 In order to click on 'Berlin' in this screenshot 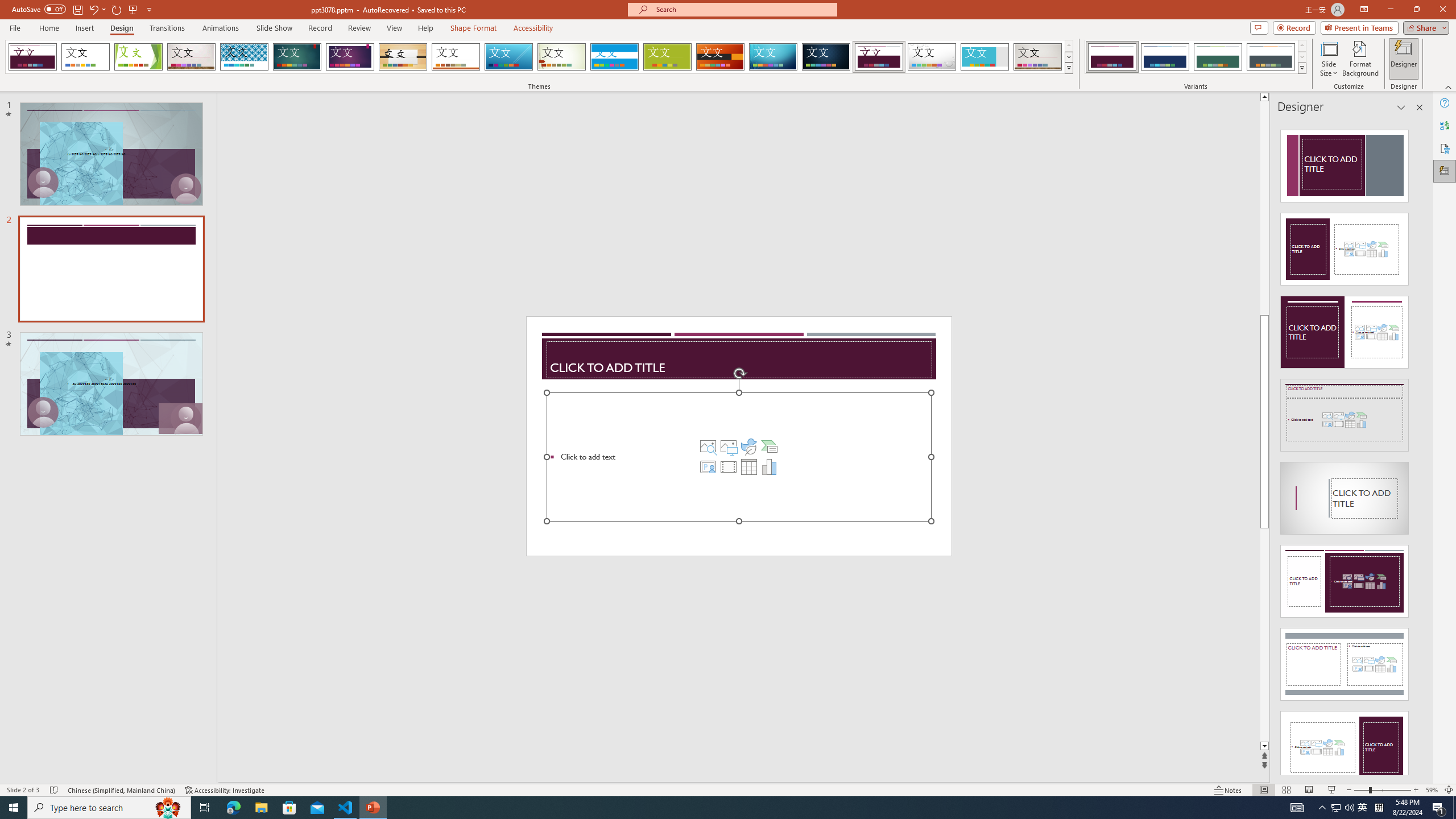, I will do `click(721, 56)`.